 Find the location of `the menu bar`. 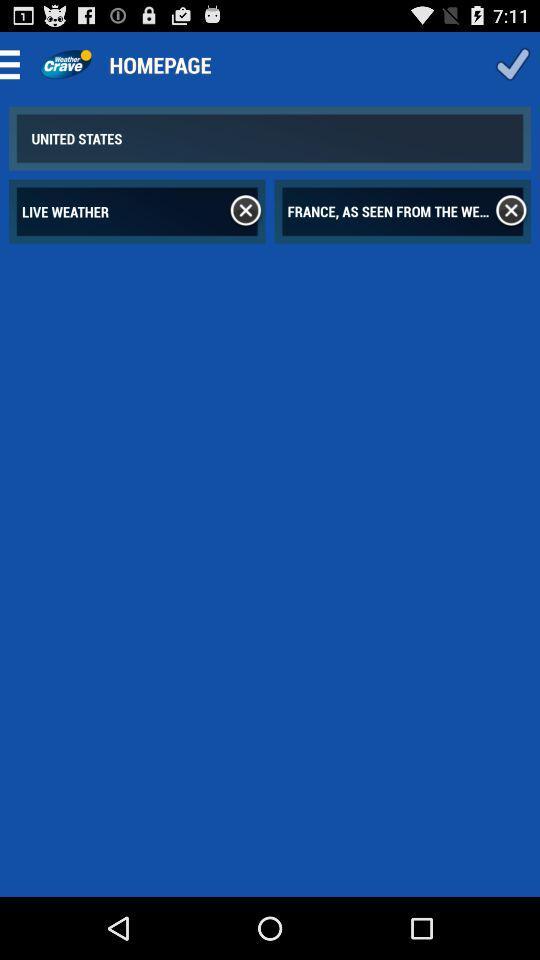

the menu bar is located at coordinates (15, 64).